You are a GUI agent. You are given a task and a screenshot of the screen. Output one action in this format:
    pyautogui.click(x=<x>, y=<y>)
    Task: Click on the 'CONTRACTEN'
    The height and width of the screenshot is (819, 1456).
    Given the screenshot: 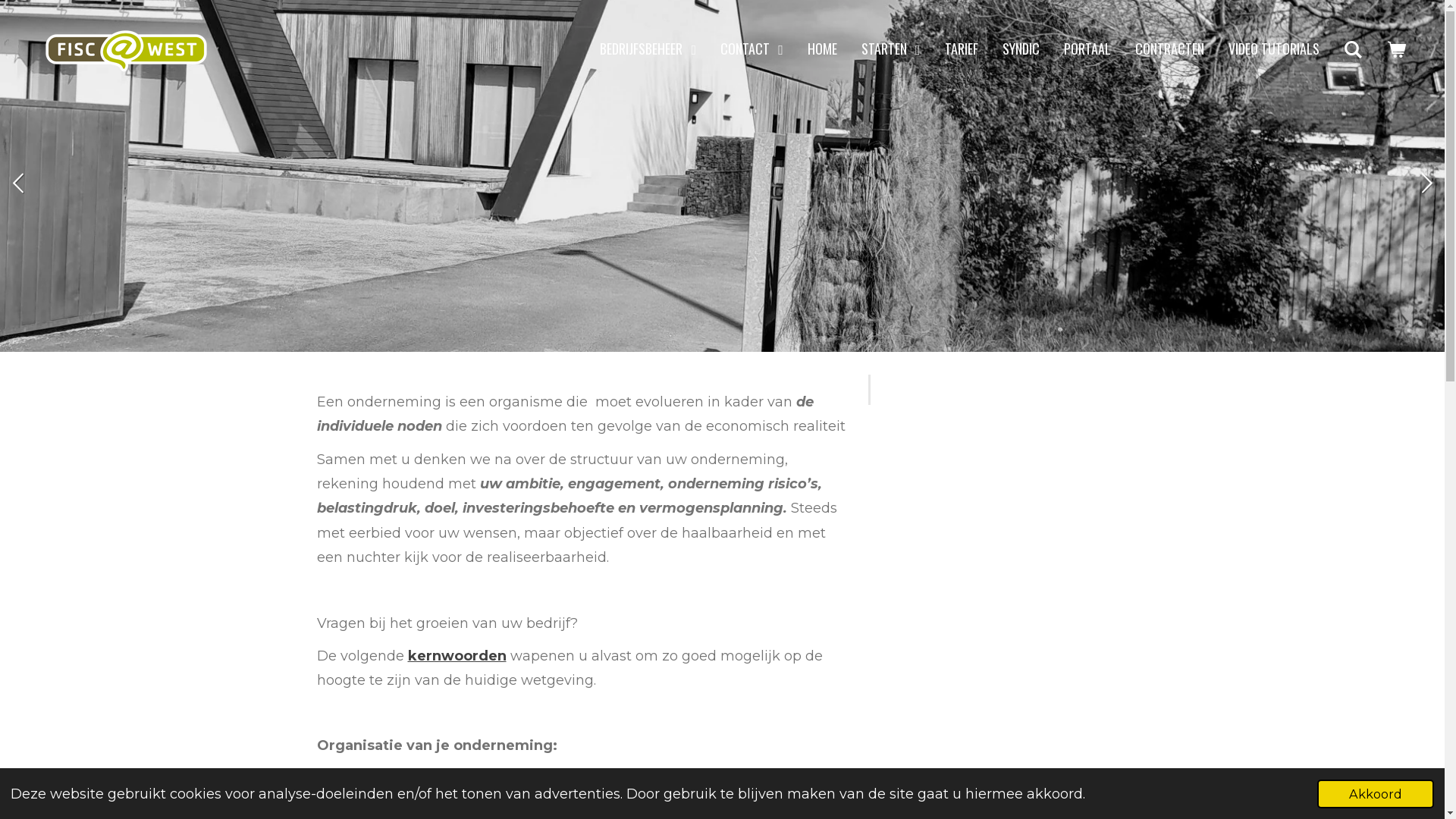 What is the action you would take?
    pyautogui.click(x=1169, y=48)
    